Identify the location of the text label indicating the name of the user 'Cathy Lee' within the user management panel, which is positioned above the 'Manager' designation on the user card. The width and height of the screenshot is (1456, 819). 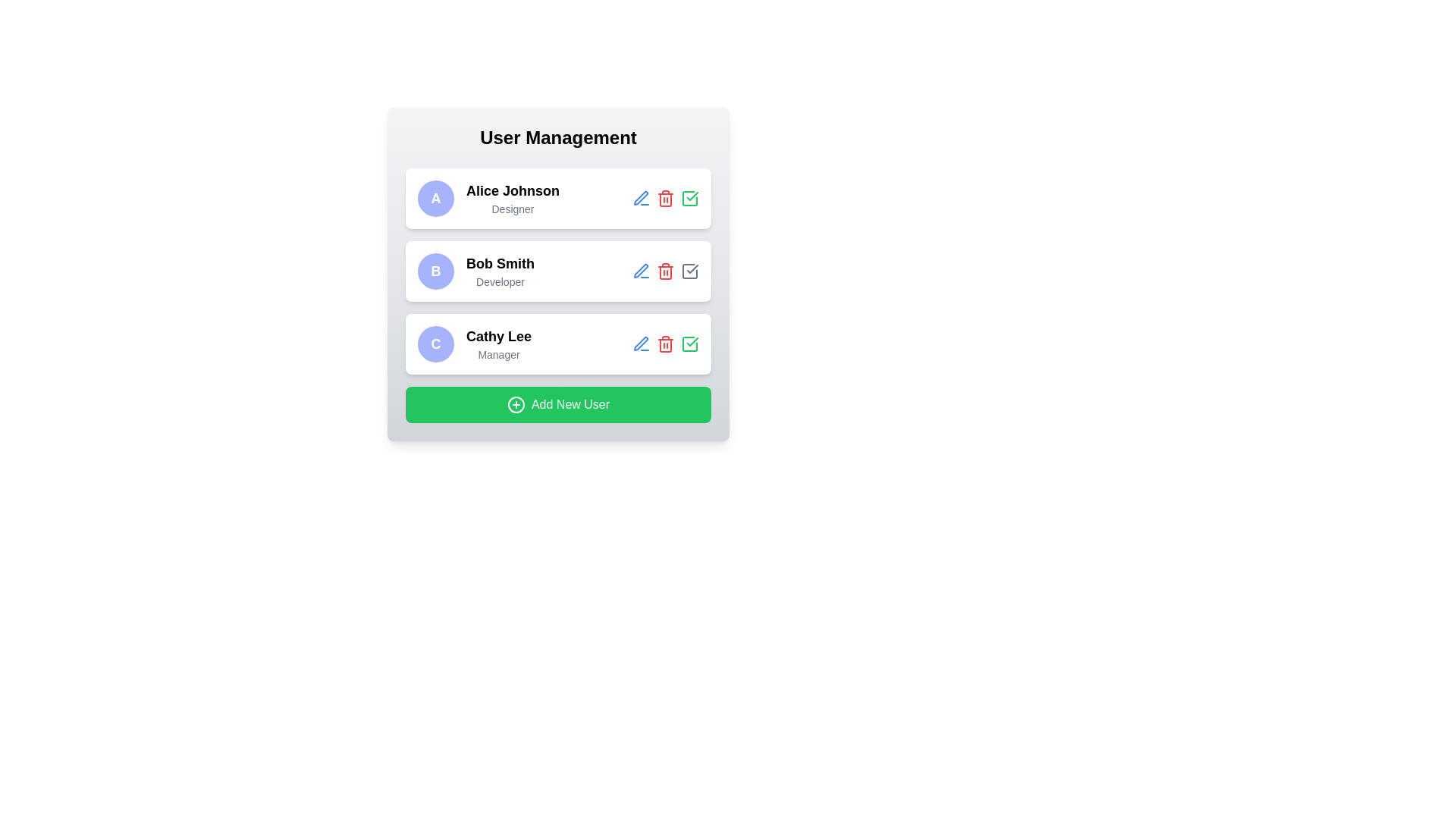
(498, 335).